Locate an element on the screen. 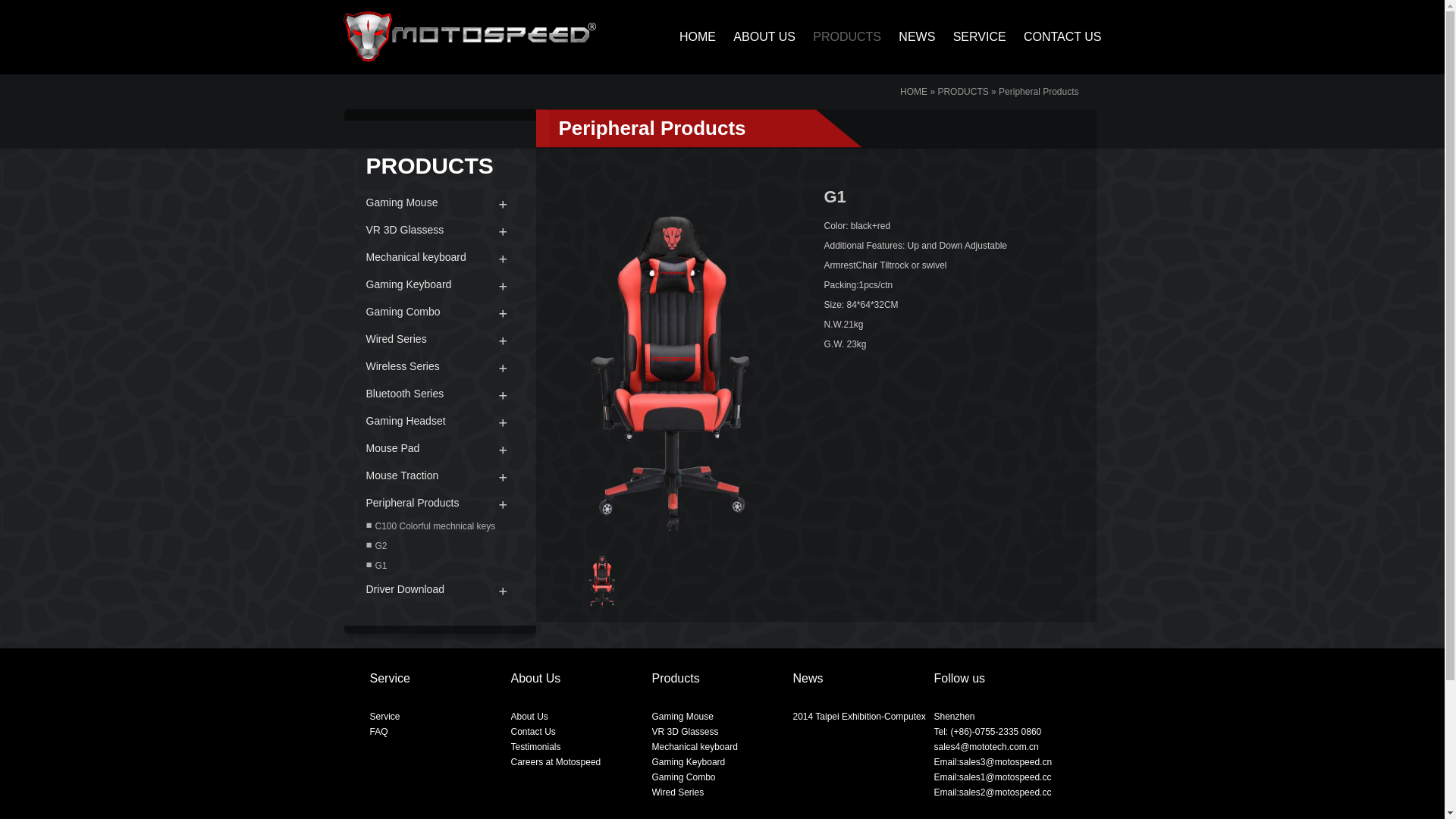 The image size is (1456, 819). 'VR 3D Glassess' is located at coordinates (438, 230).